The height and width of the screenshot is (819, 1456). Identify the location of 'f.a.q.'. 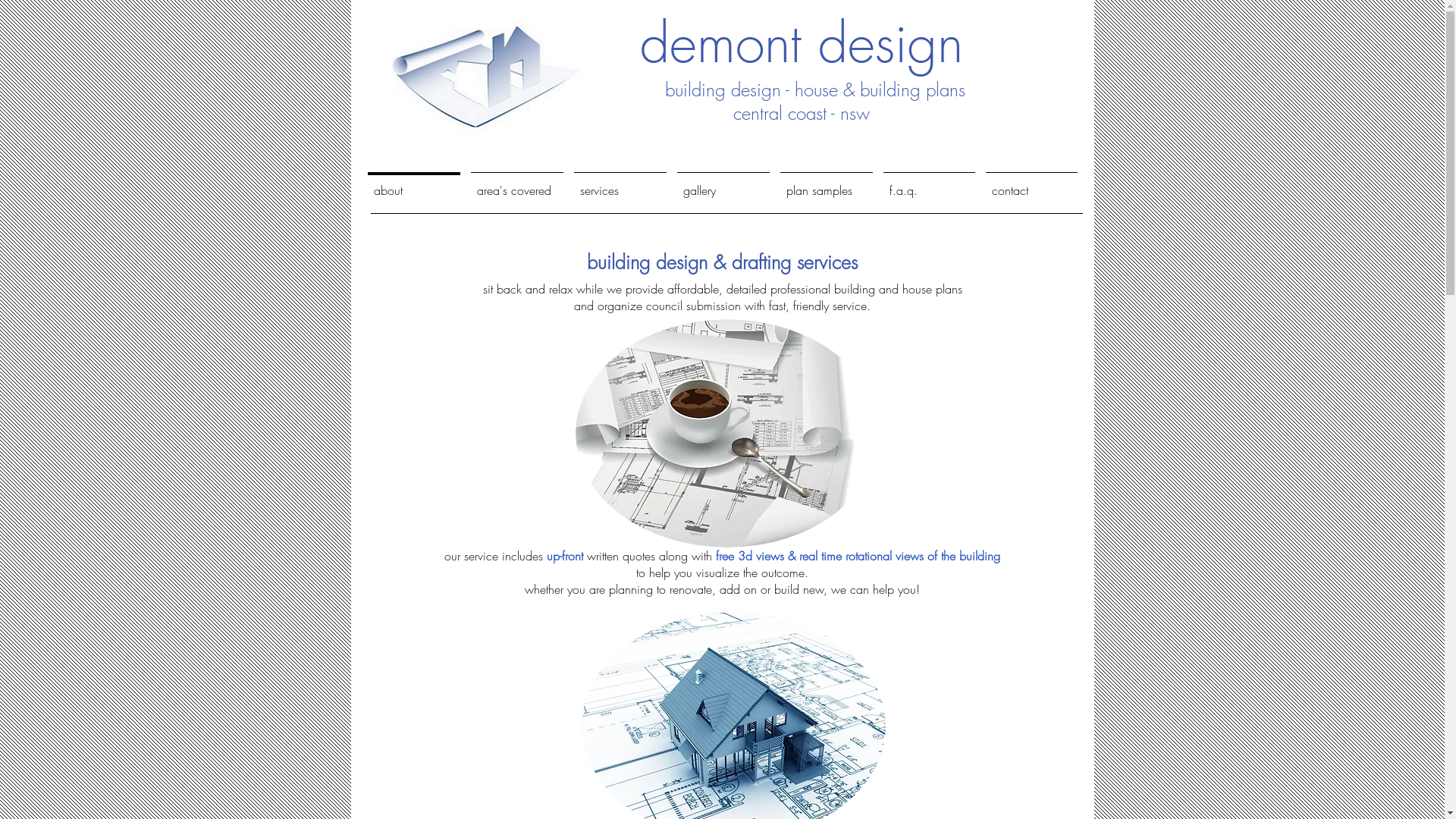
(877, 183).